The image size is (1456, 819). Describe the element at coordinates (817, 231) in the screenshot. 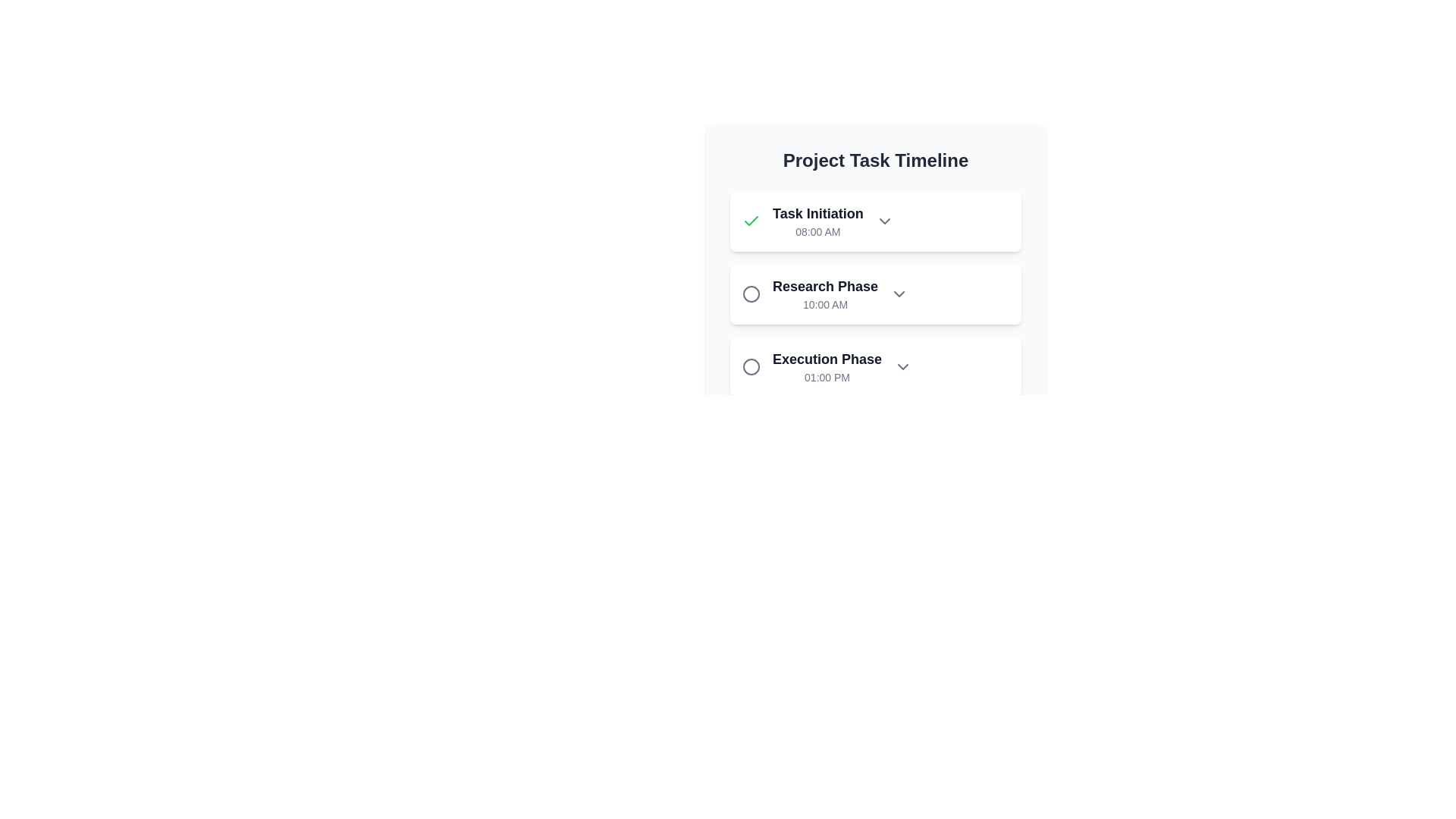

I see `the text label displaying '08:00 AM', which is styled in gray and positioned below the 'Task Initiation' title within the task timeline card` at that location.